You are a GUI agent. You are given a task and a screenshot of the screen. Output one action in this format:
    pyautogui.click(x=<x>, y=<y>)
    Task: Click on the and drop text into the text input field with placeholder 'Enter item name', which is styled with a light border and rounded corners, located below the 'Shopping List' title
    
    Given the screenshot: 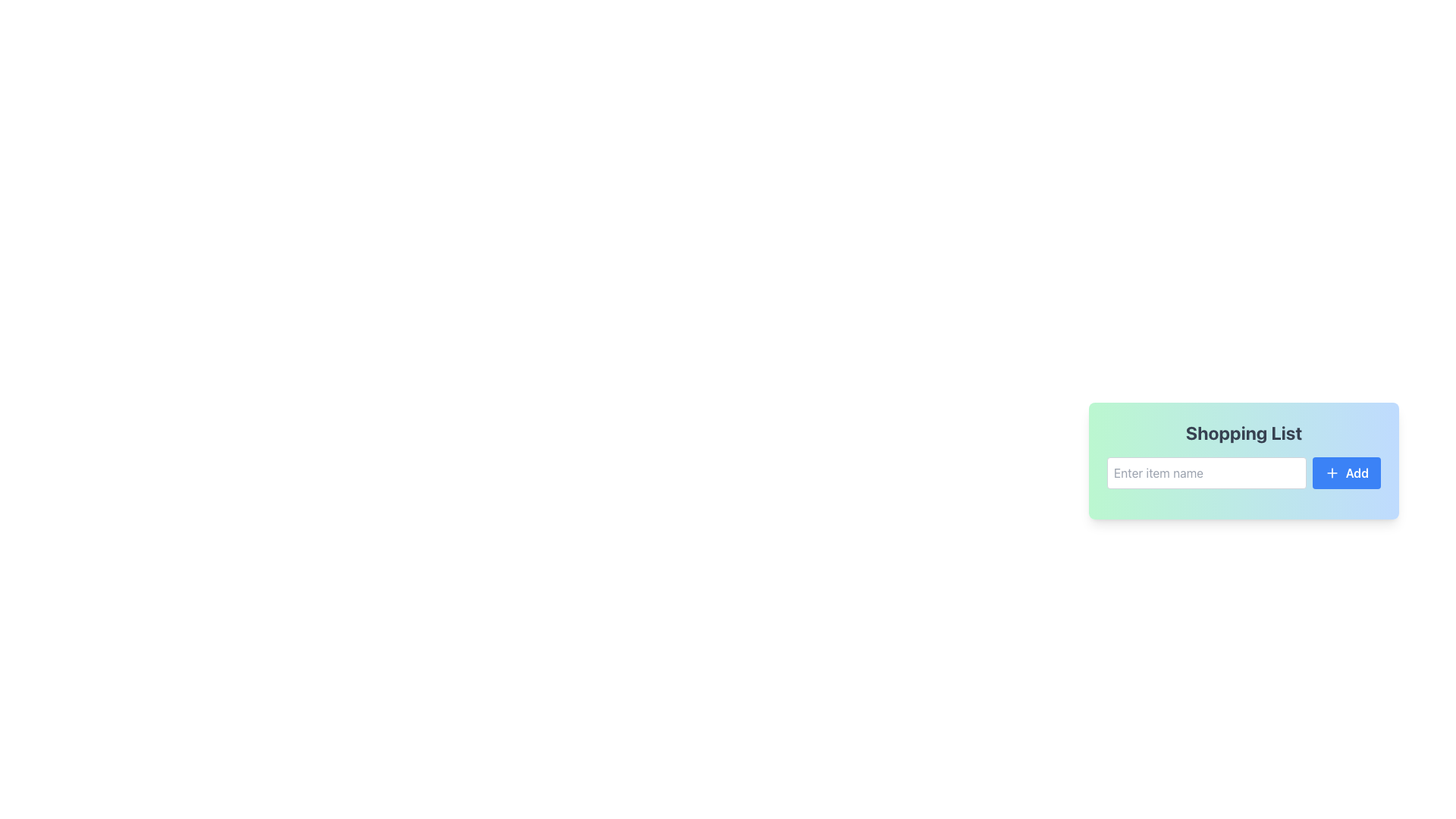 What is the action you would take?
    pyautogui.click(x=1244, y=472)
    